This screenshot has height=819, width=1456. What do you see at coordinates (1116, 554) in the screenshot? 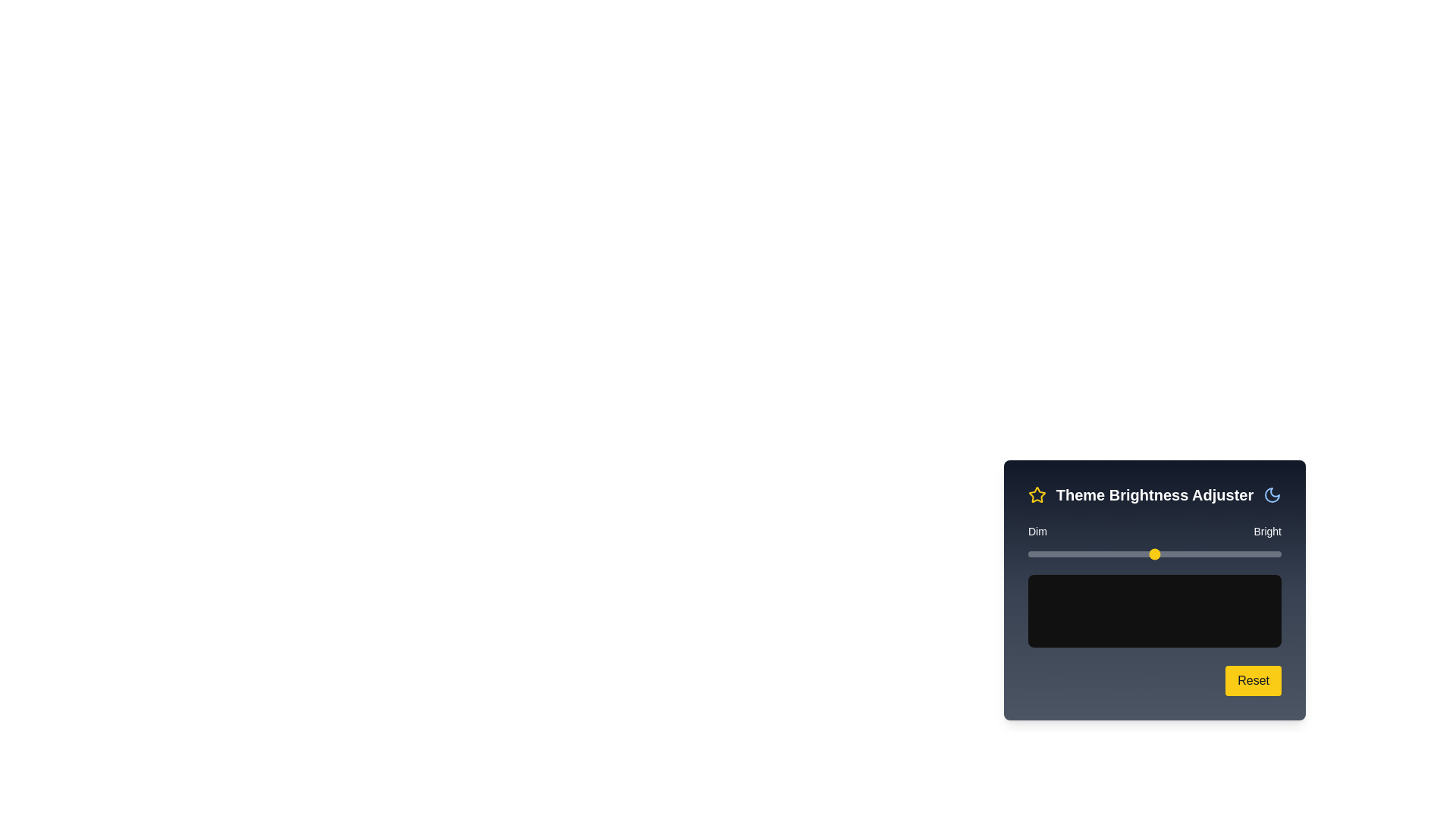
I see `the brightness slider to 35% and observe the preview area` at bounding box center [1116, 554].